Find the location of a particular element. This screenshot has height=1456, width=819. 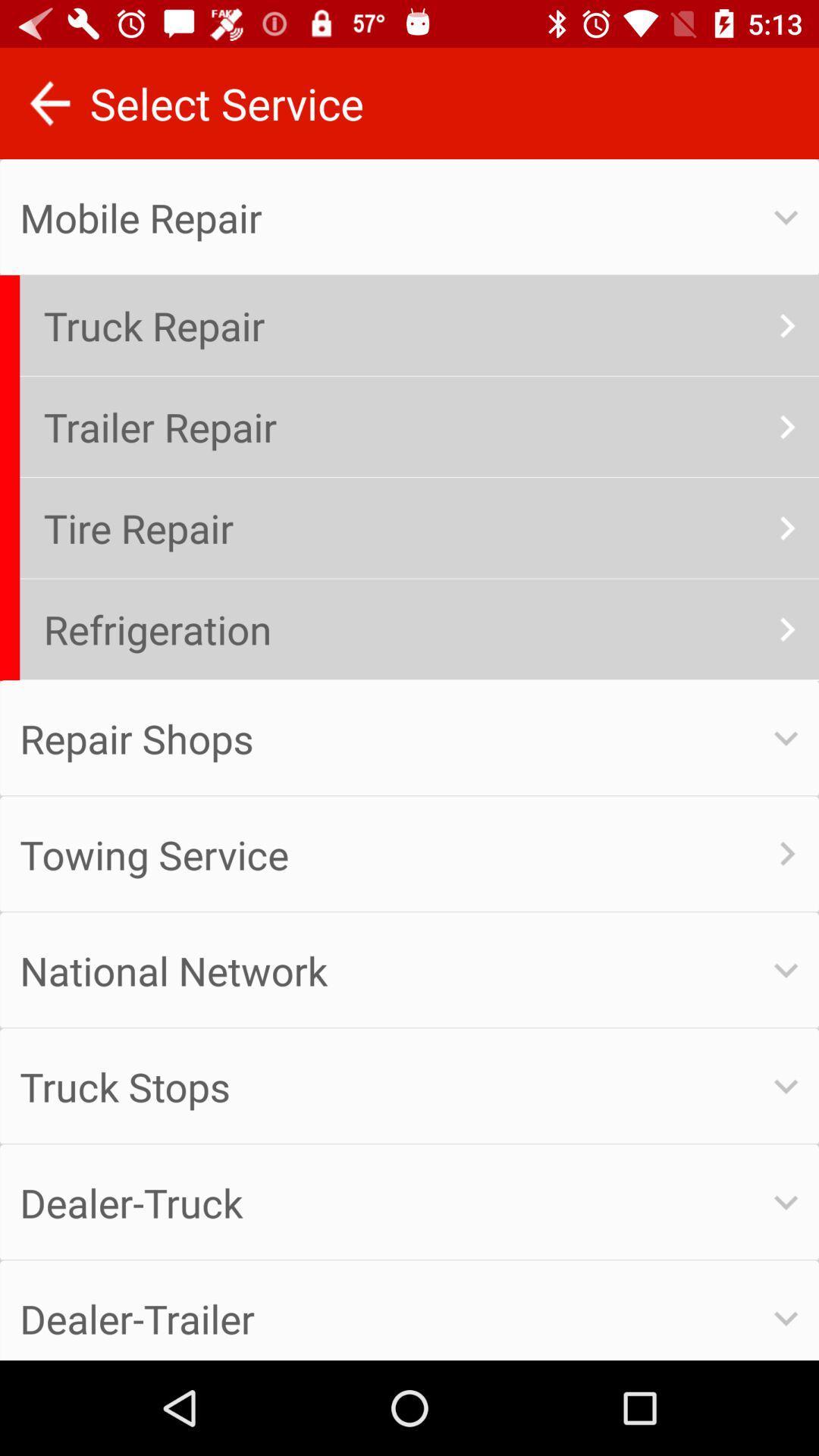

drop down right to dealertruck is located at coordinates (786, 1201).